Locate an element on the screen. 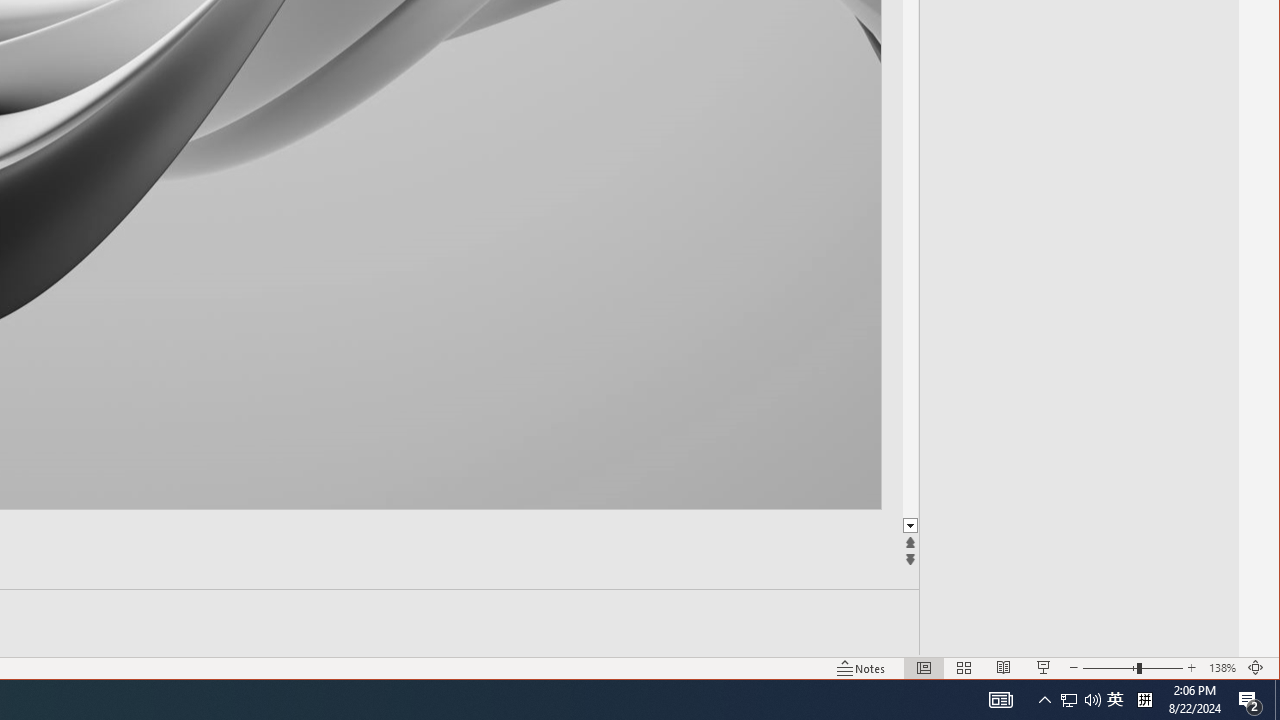 The width and height of the screenshot is (1280, 720). 'Reading View' is located at coordinates (1000, 698).